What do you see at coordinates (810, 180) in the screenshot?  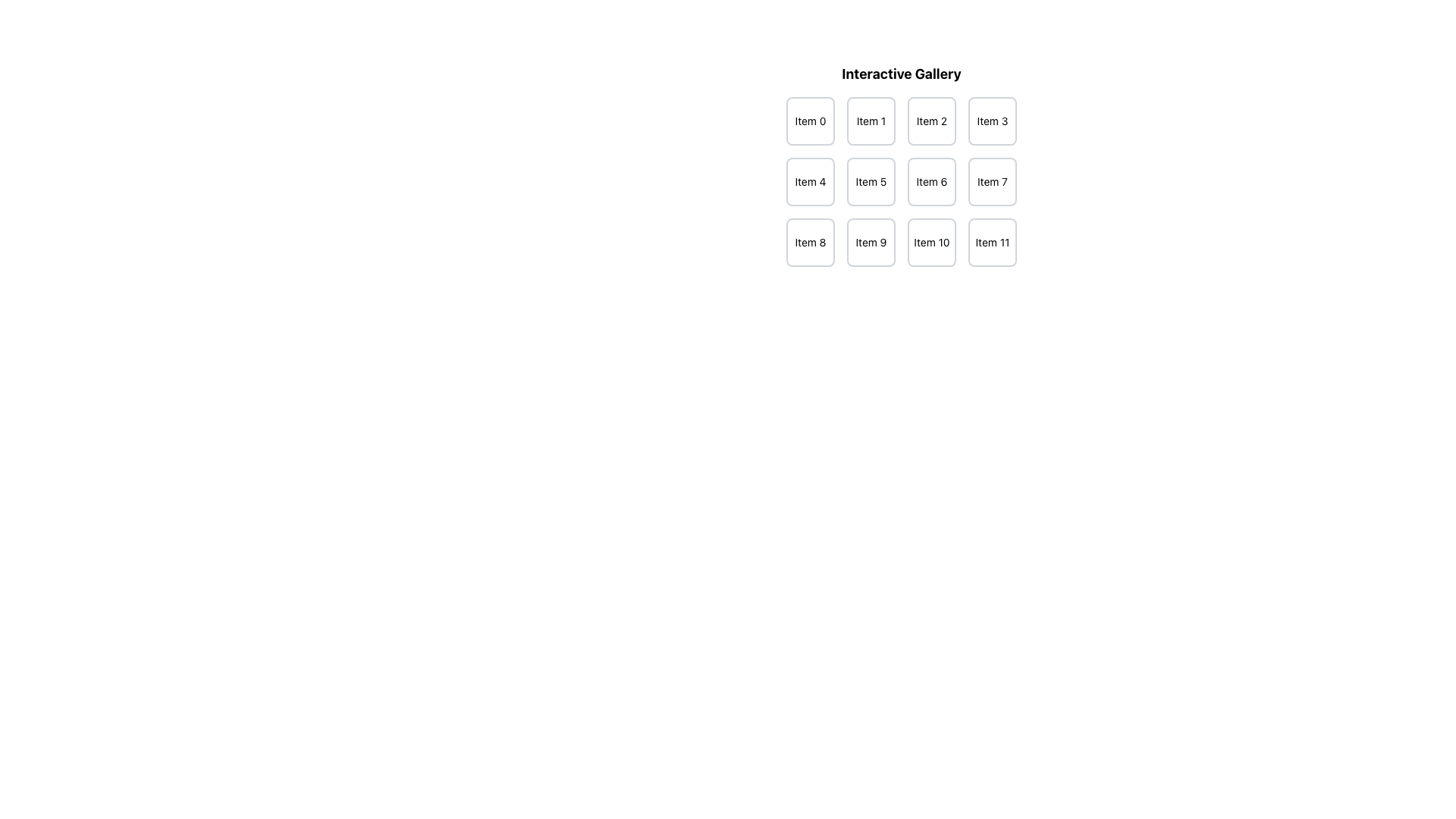 I see `the Text Label displaying 'Item 4', located in the middle row and first column of the grid layout` at bounding box center [810, 180].